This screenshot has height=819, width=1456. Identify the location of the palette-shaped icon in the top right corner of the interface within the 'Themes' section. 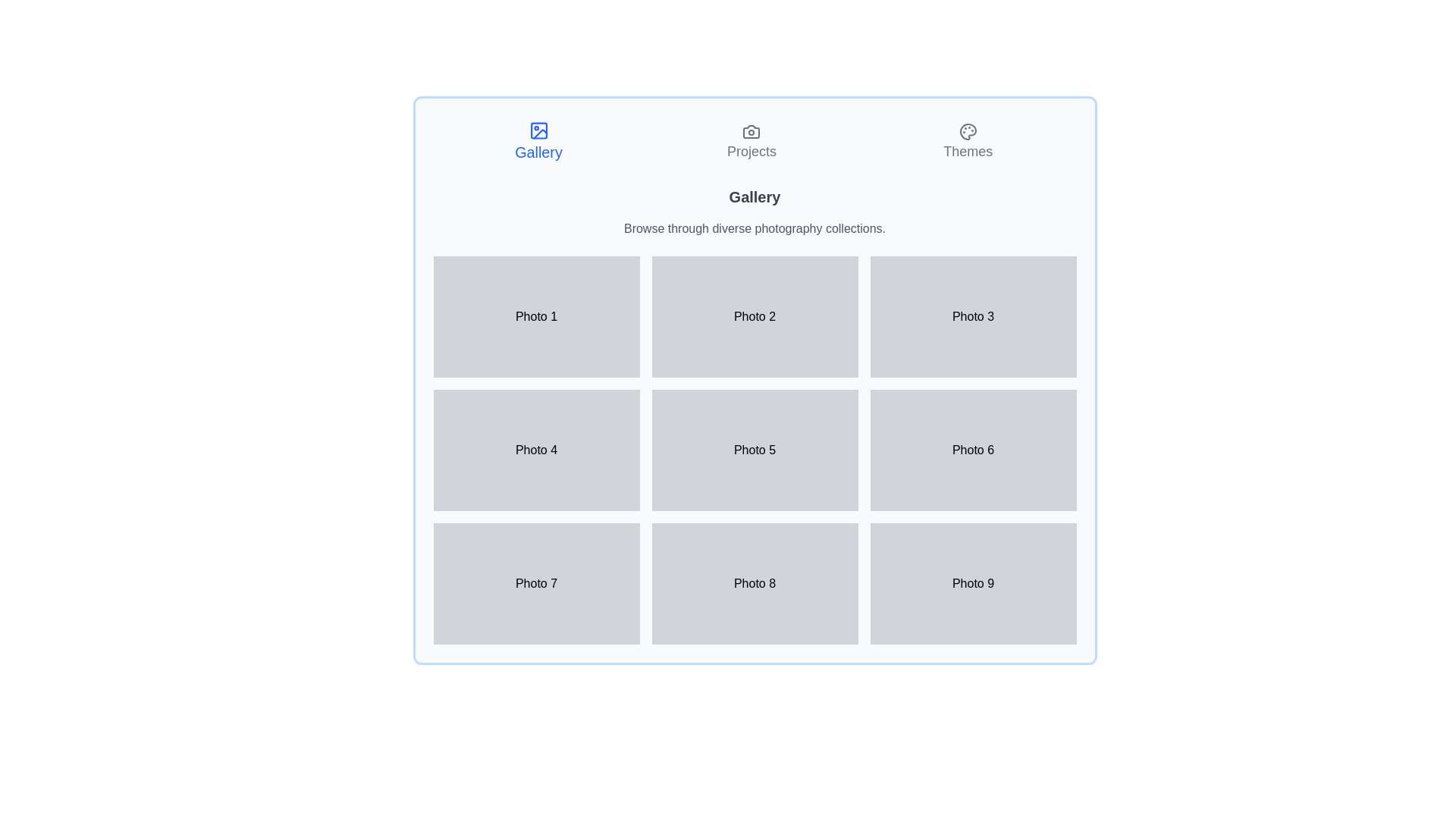
(967, 130).